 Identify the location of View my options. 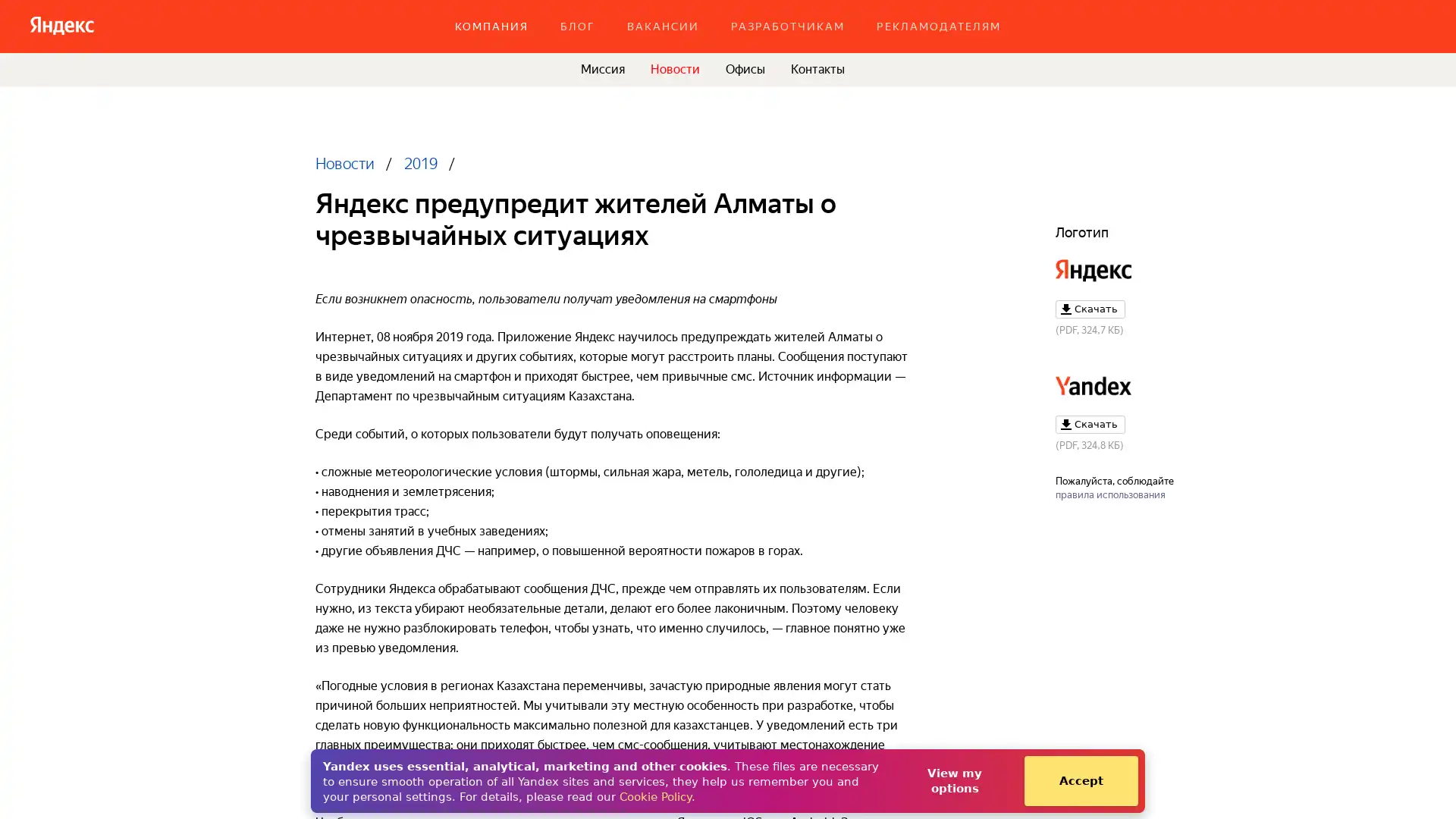
(953, 780).